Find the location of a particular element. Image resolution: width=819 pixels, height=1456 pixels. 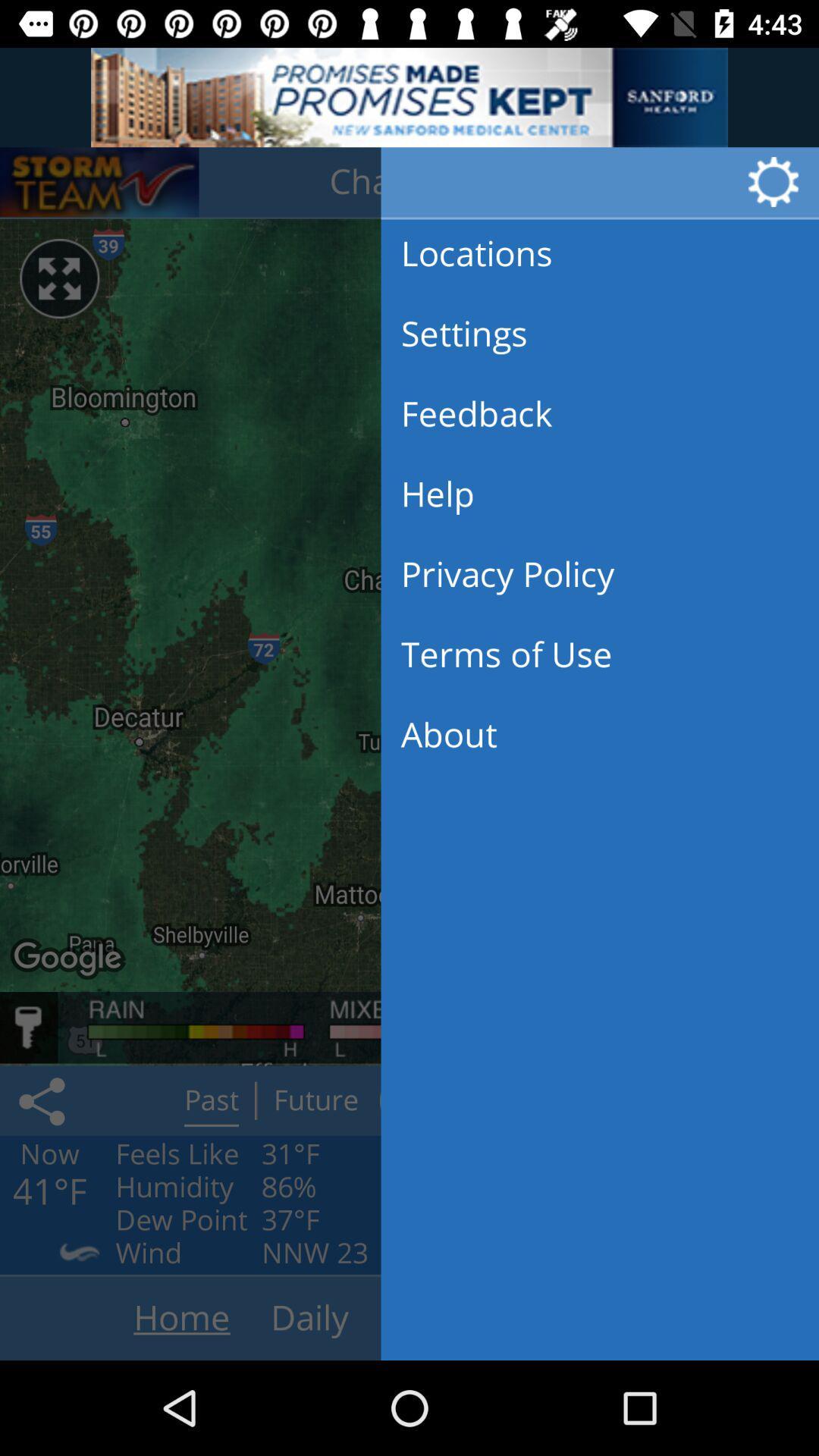

the share icon is located at coordinates (44, 1100).